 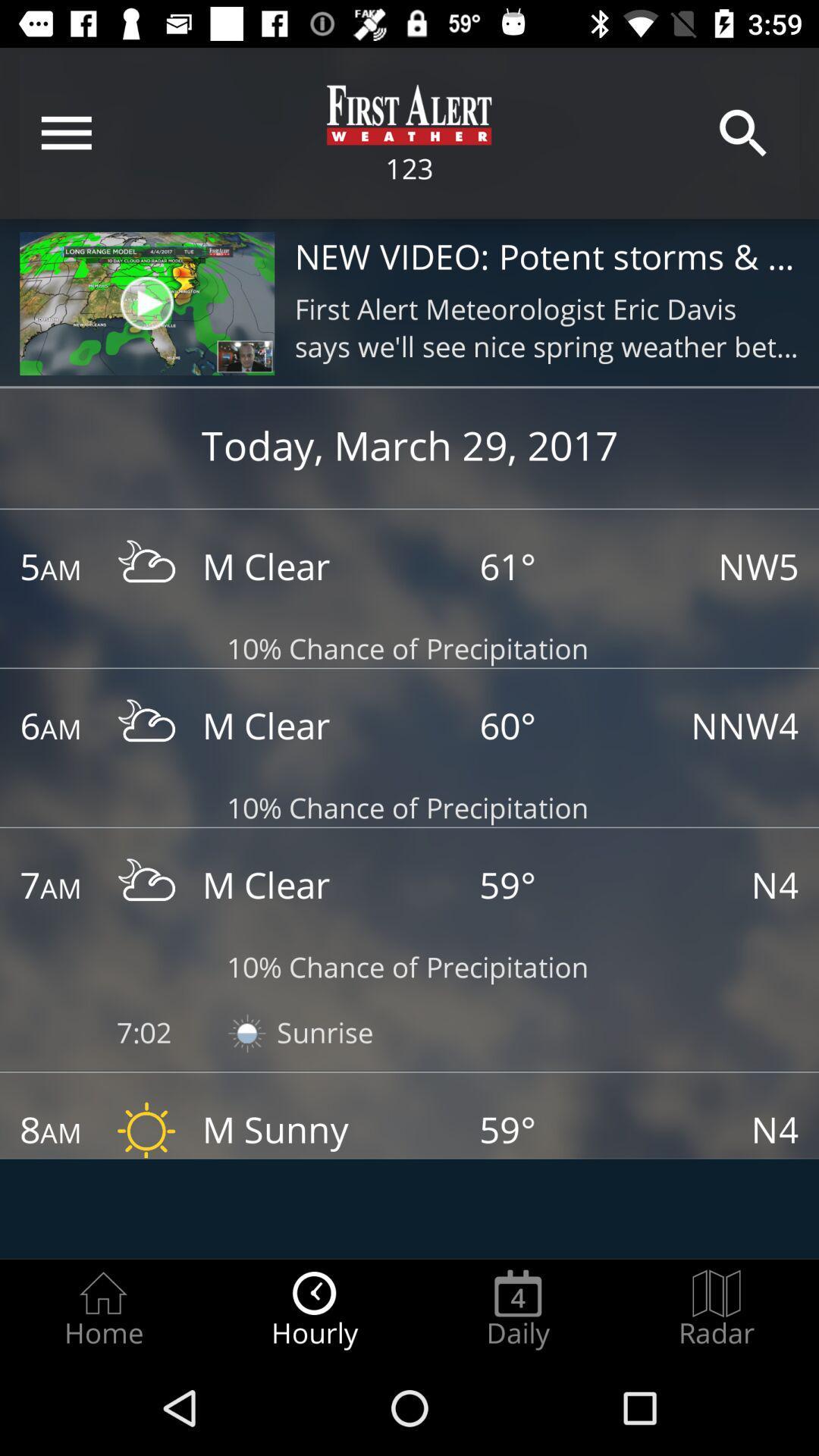 I want to click on the radar item, so click(x=717, y=1309).